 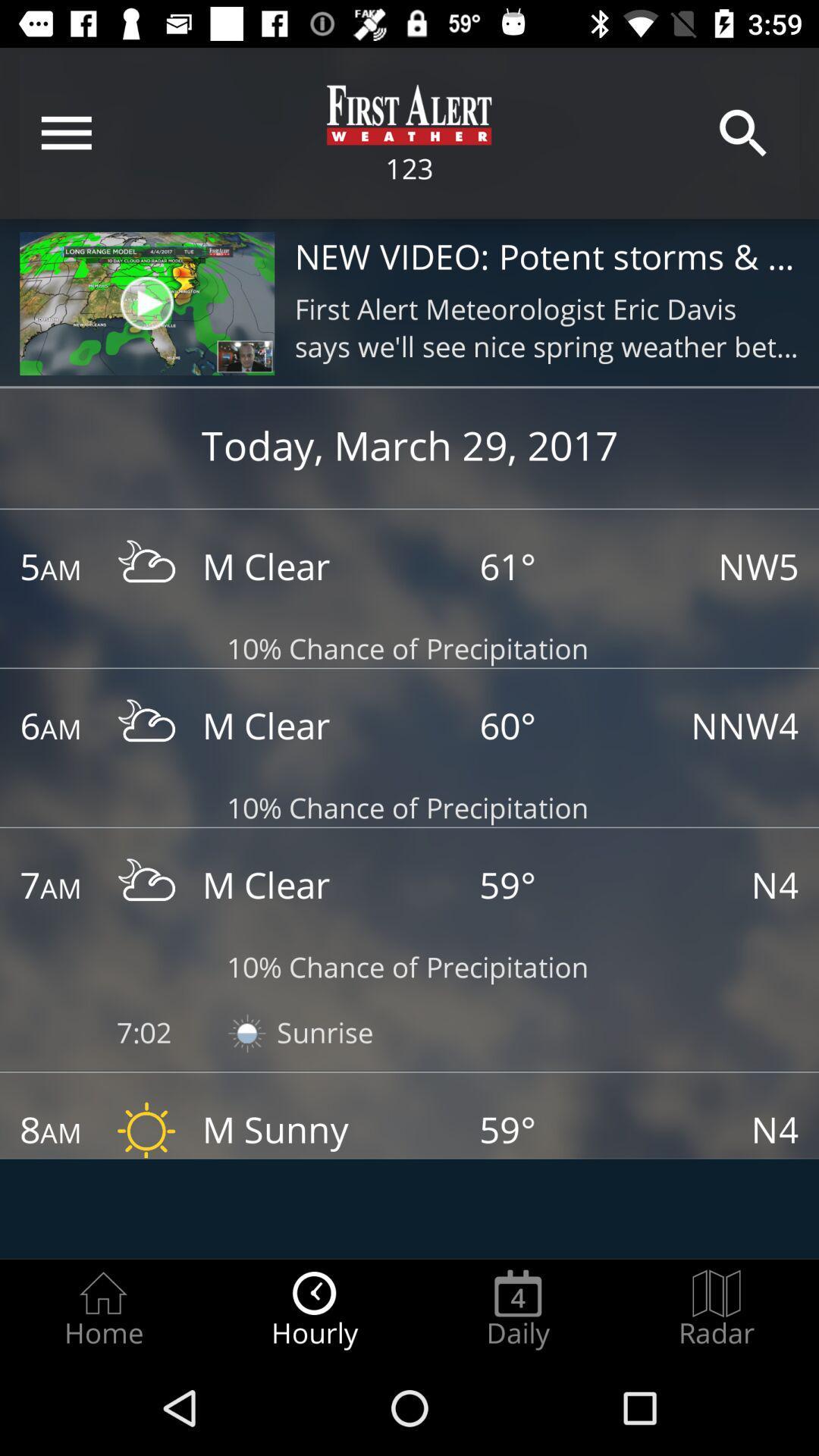 I want to click on the radar item, so click(x=717, y=1309).